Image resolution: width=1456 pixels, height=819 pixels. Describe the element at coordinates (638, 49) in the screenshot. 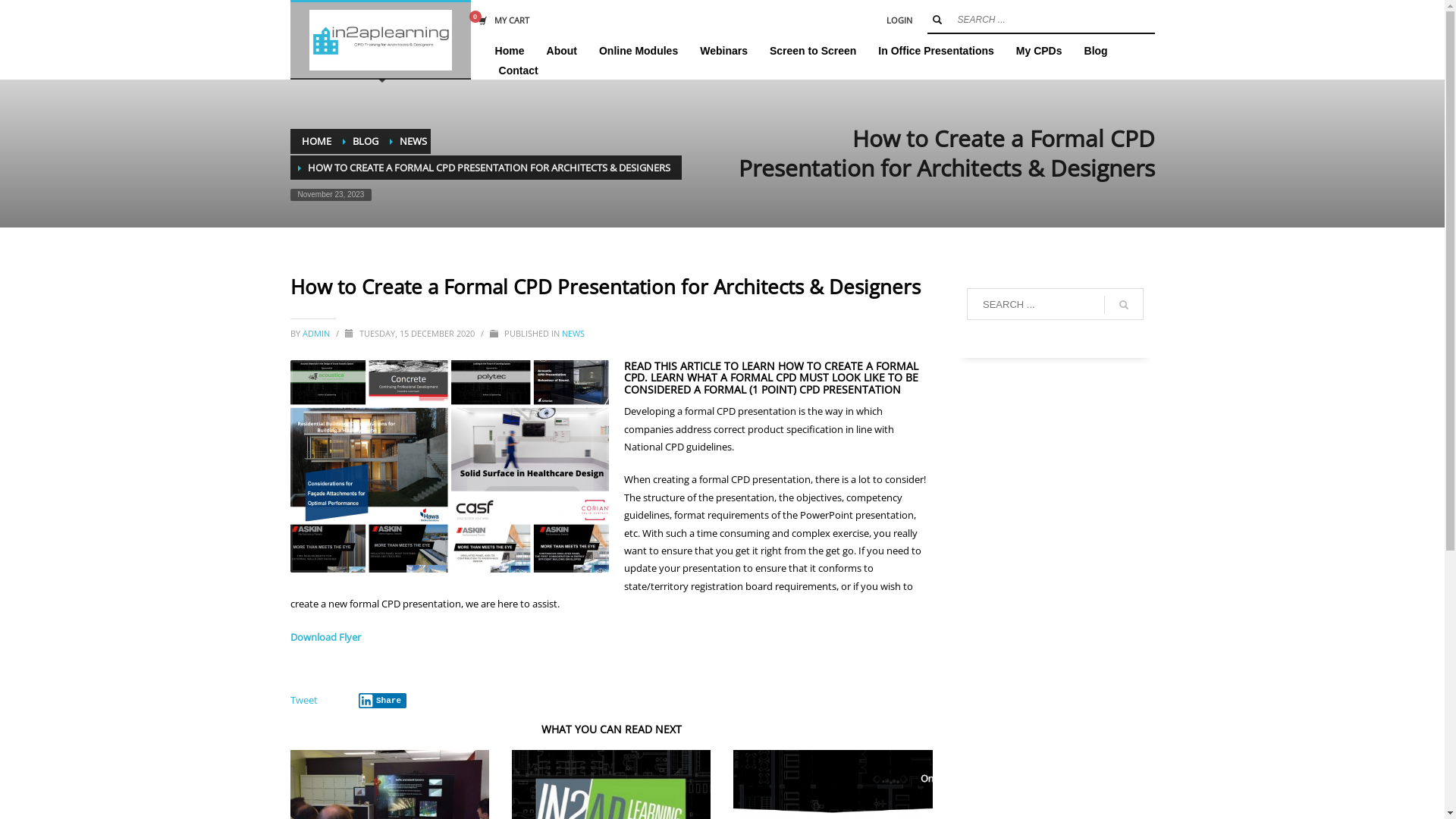

I see `'Online Modules'` at that location.